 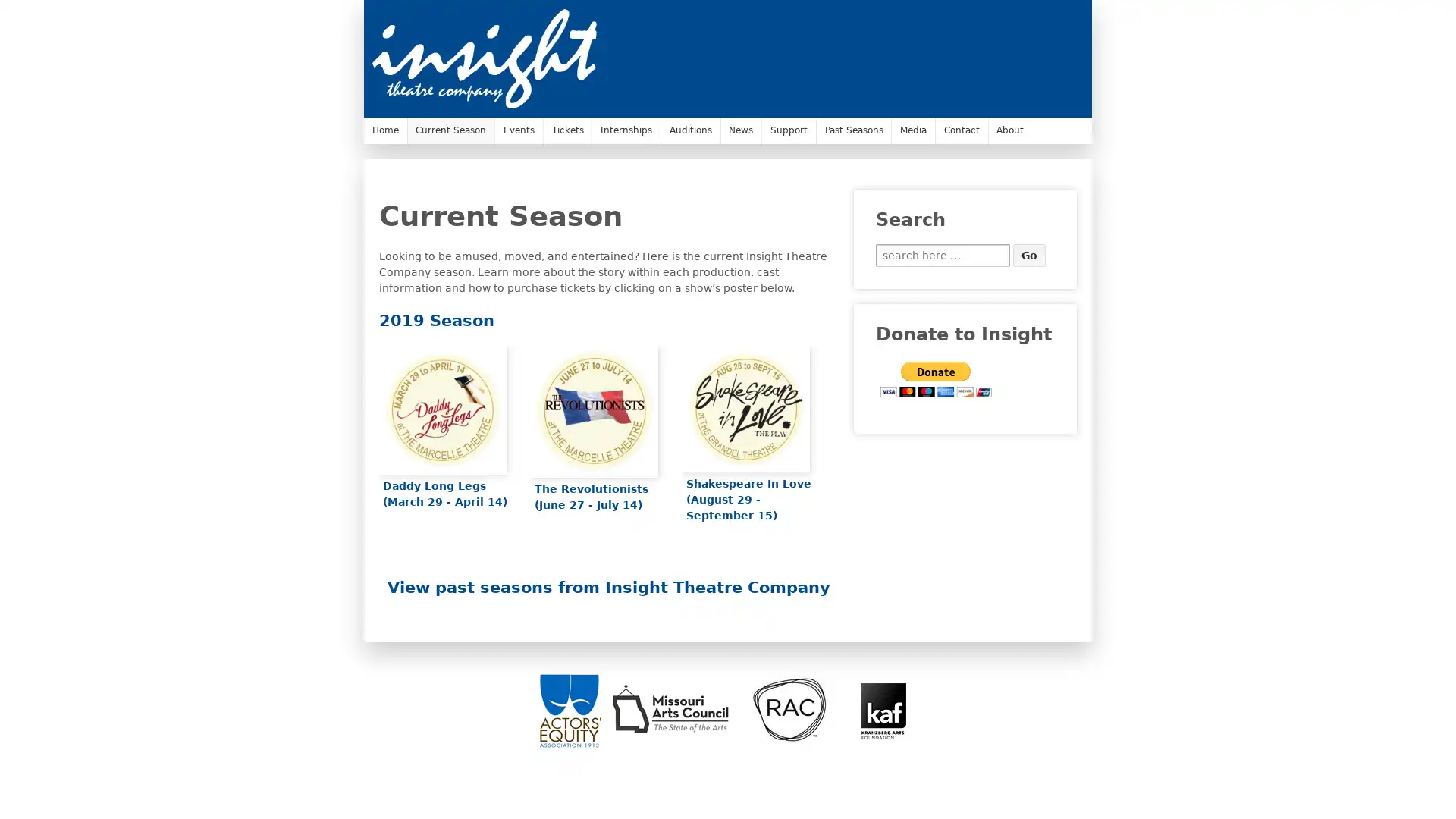 What do you see at coordinates (934, 378) in the screenshot?
I see `PayPal - The safer, easier way to pay online.` at bounding box center [934, 378].